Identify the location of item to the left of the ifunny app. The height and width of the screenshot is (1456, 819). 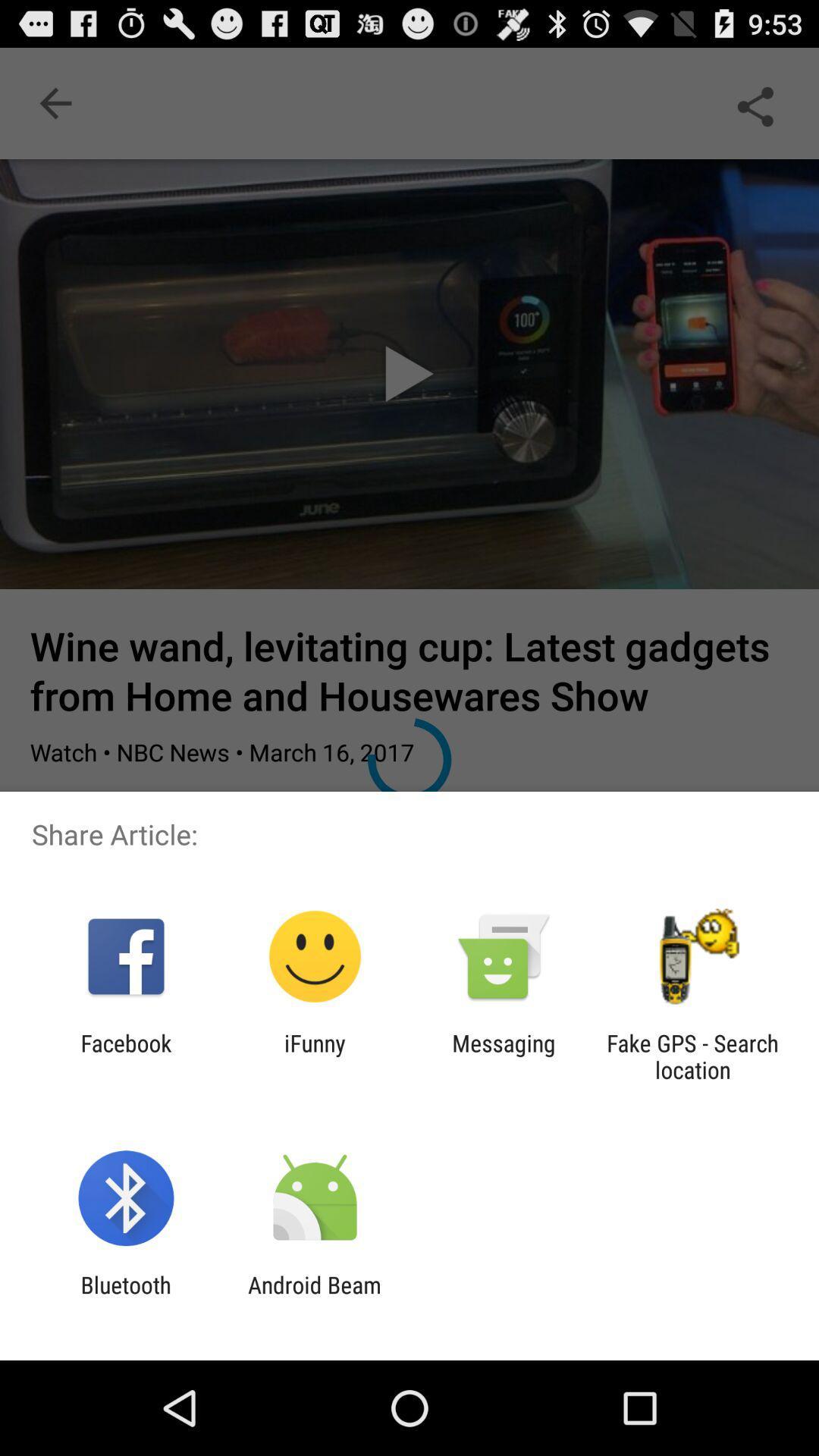
(125, 1056).